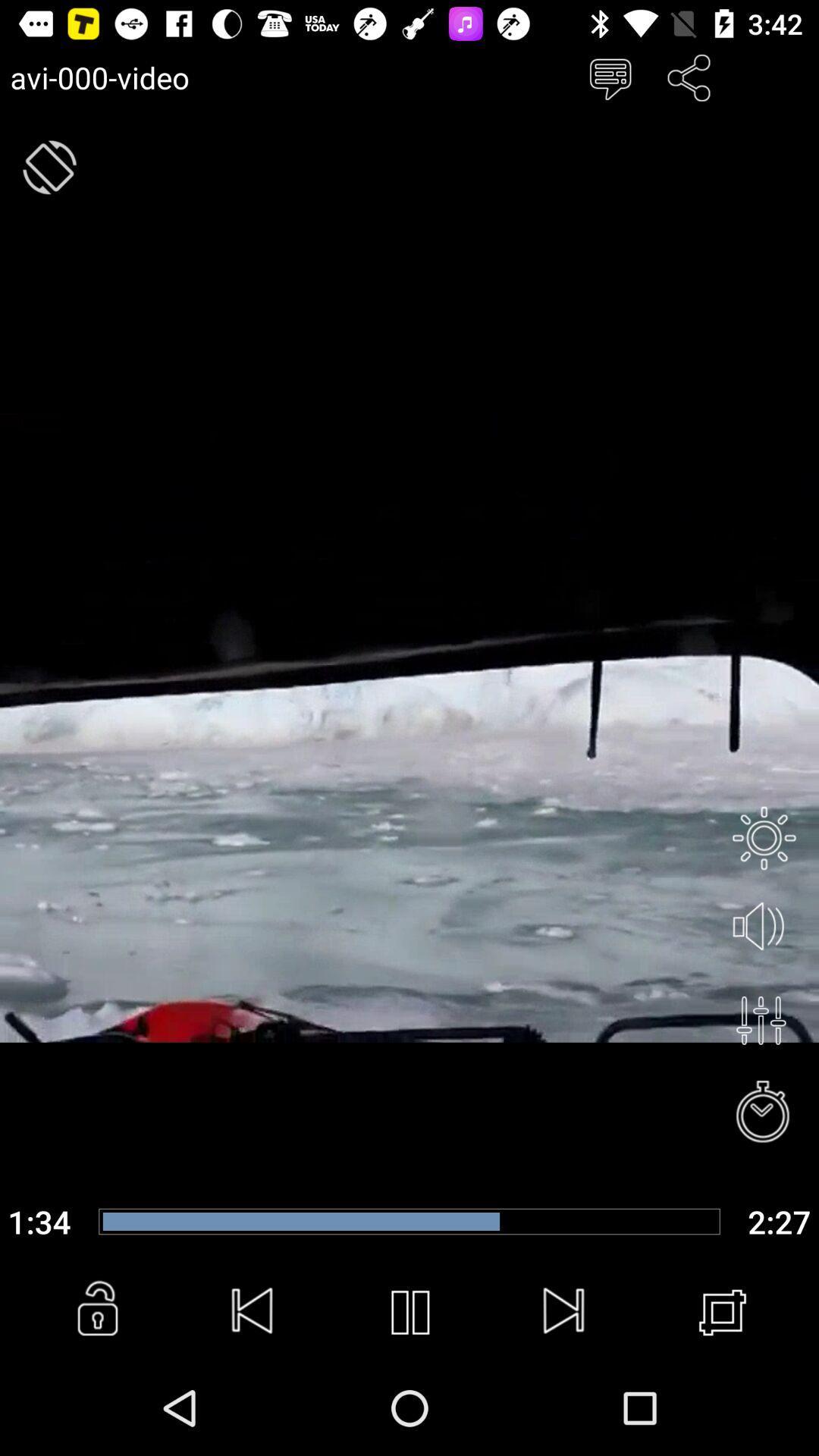 The image size is (819, 1456). Describe the element at coordinates (97, 1312) in the screenshot. I see `the lock icon` at that location.